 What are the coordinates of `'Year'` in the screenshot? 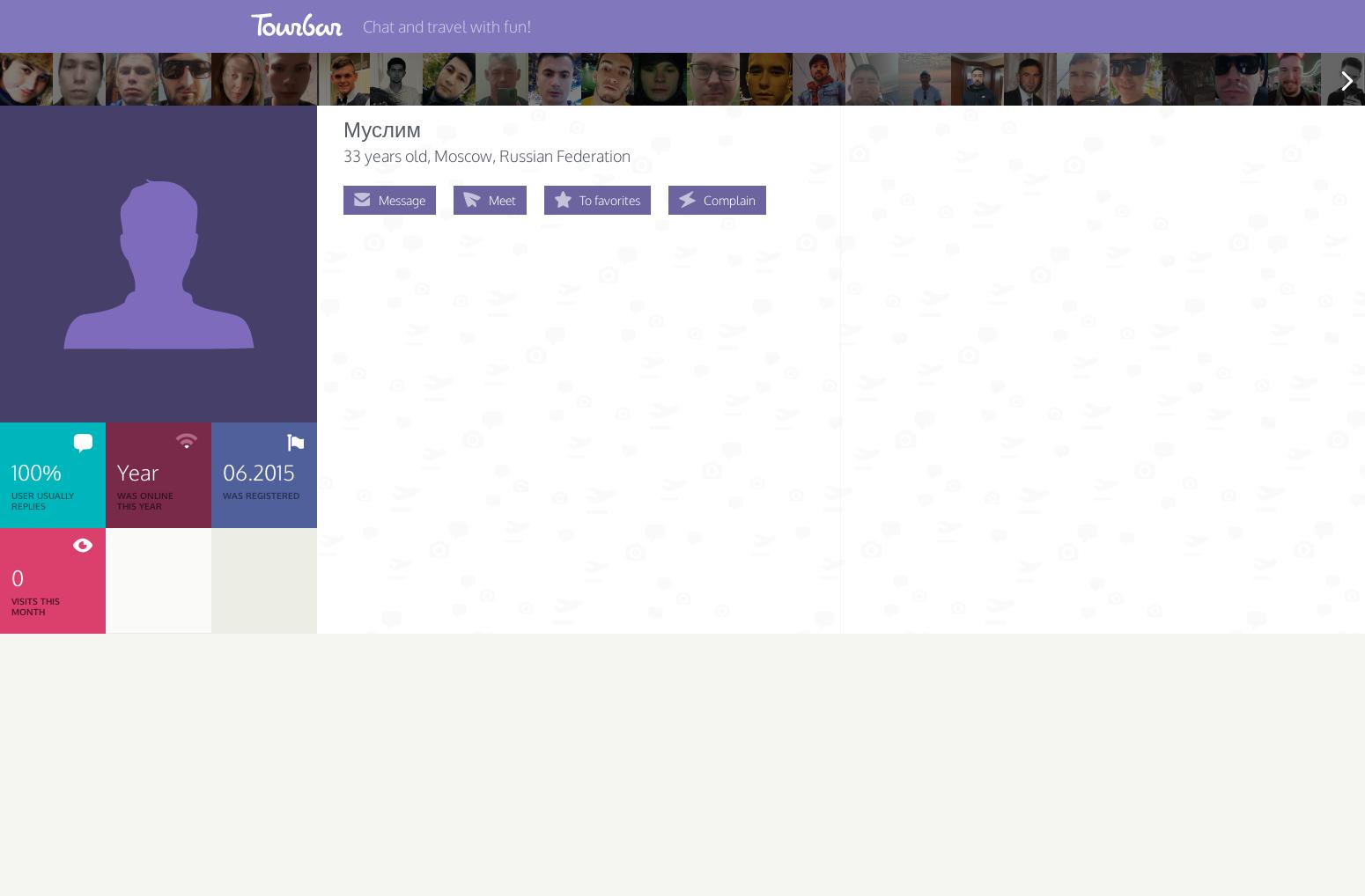 It's located at (116, 471).